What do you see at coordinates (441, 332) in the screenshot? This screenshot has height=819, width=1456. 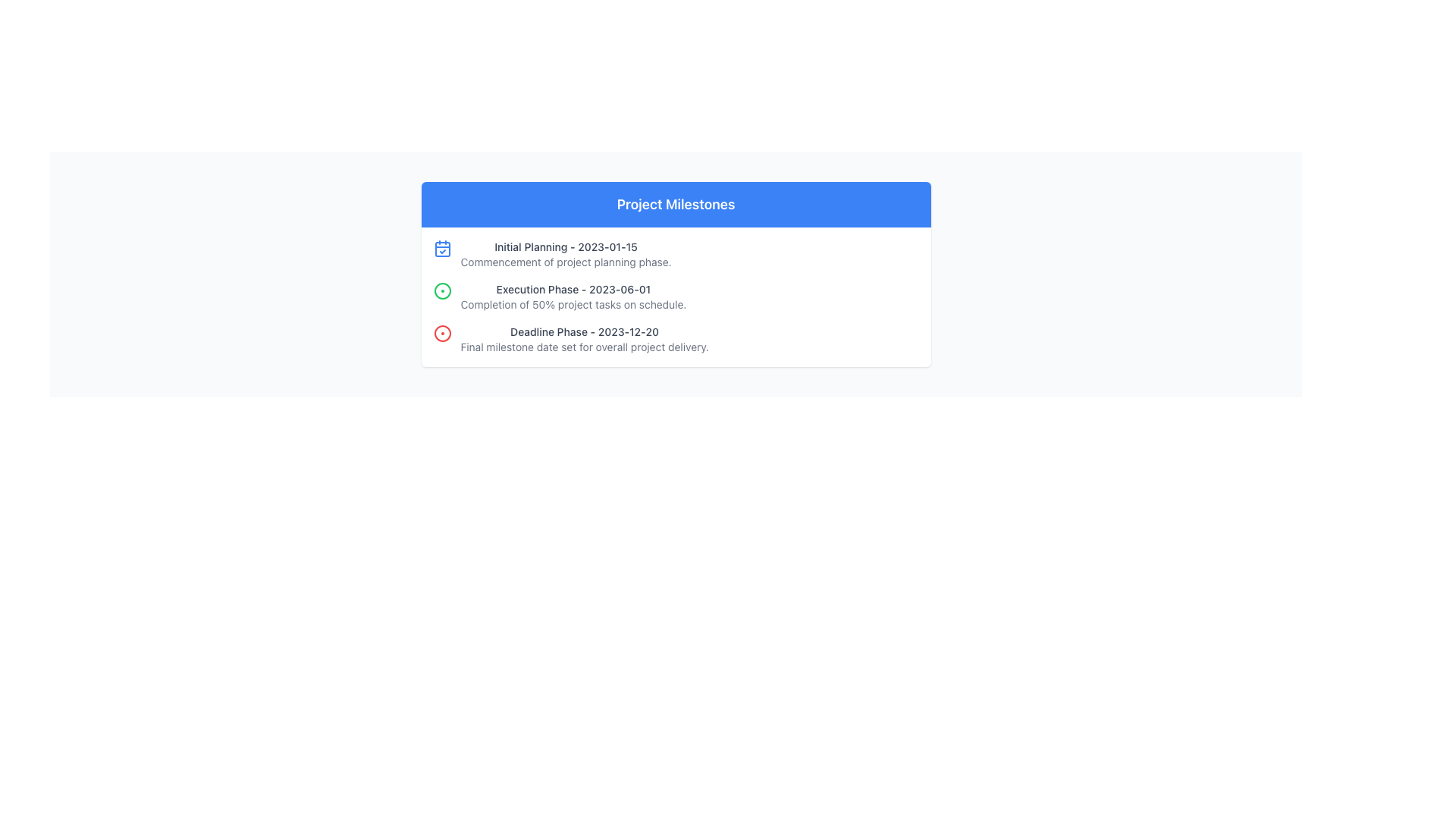 I see `the red circular icon indicating the 'Deadline Phase - 2023-12-20' milestone, which is located to the left of the milestone entry text in the project milestones section` at bounding box center [441, 332].